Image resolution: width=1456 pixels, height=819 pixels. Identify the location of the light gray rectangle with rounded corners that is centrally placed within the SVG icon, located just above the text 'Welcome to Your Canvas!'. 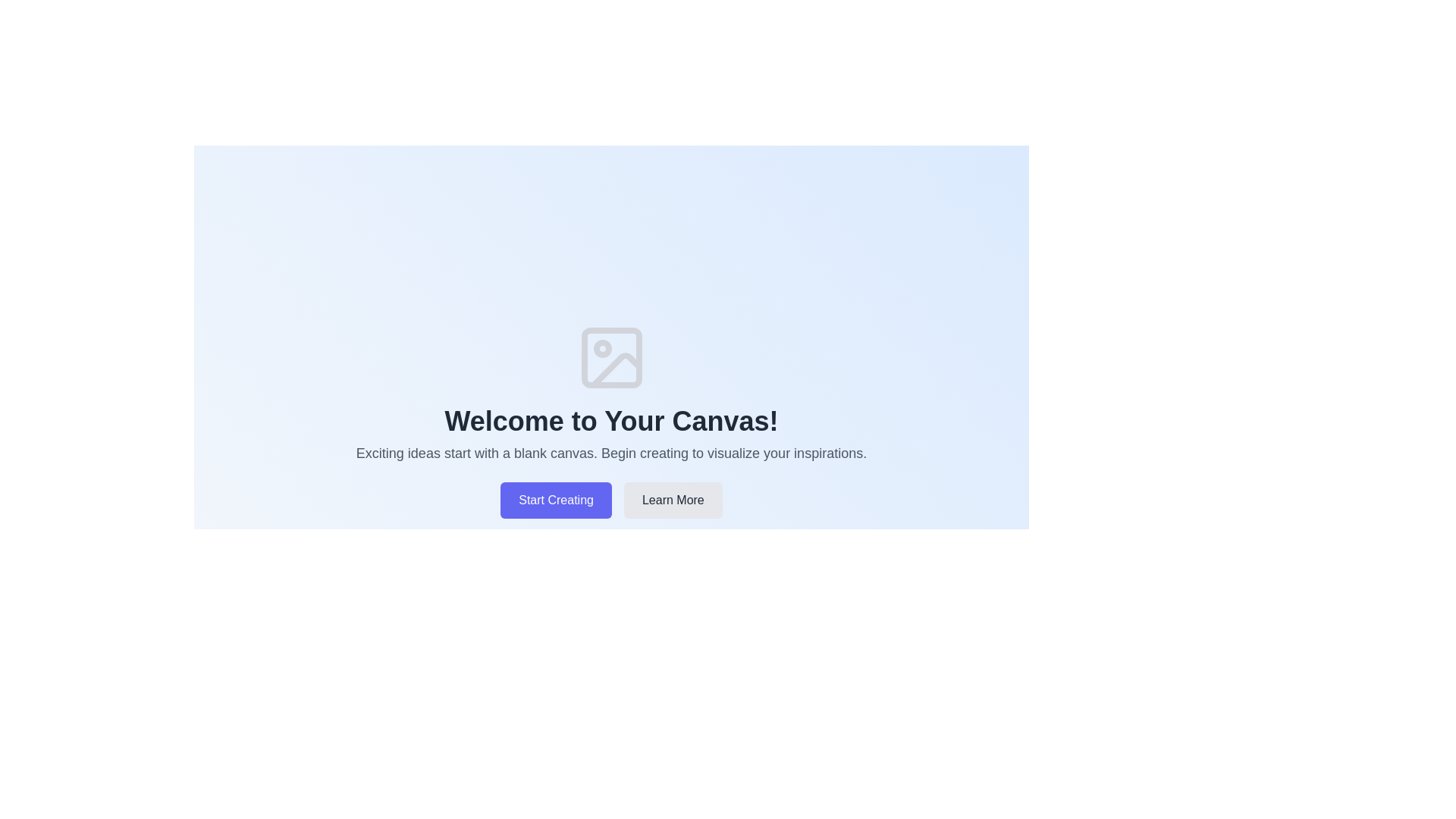
(611, 357).